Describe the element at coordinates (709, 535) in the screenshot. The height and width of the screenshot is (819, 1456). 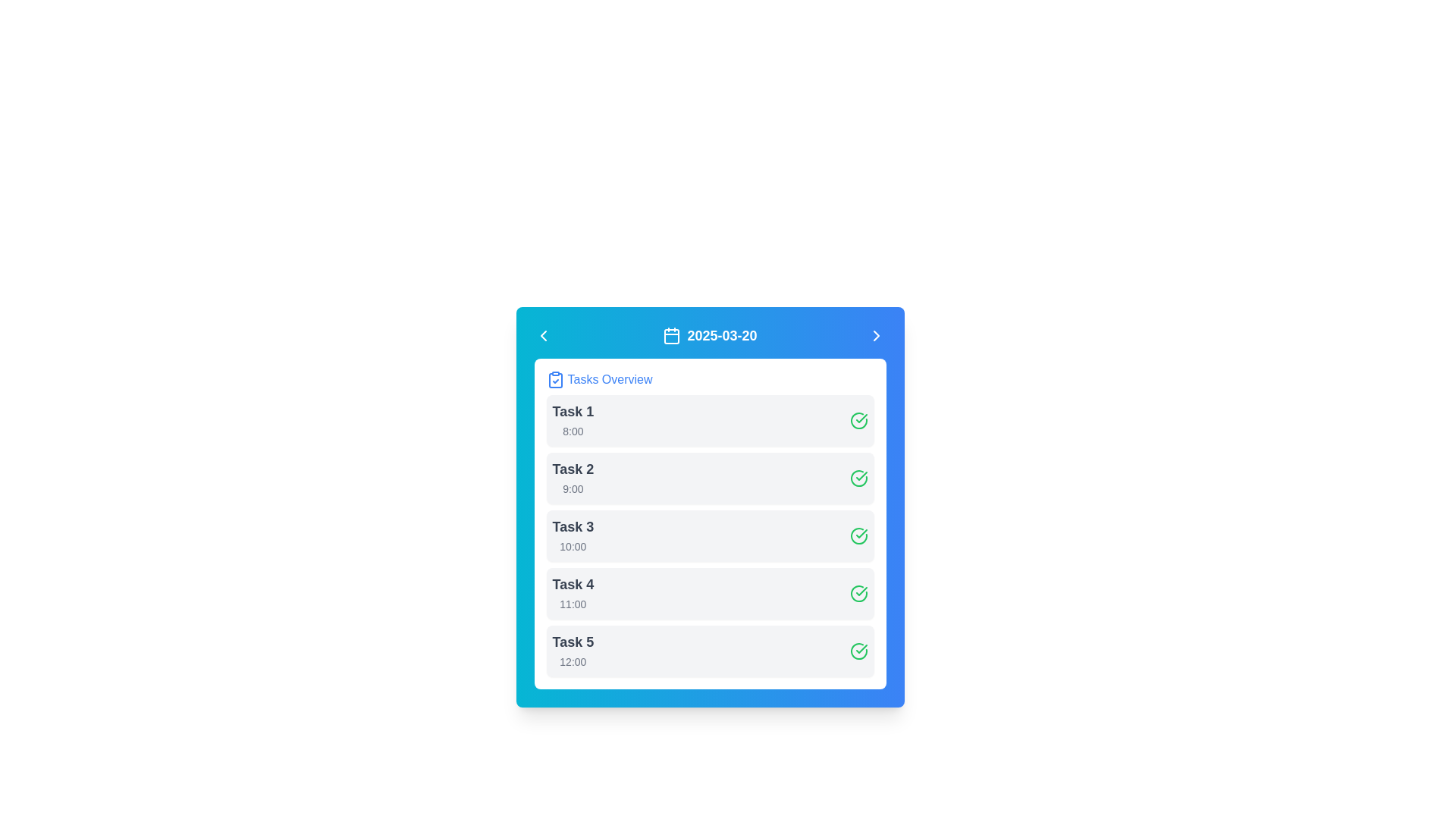
I see `the list item labeled 'Task 3' in the task management interface` at that location.